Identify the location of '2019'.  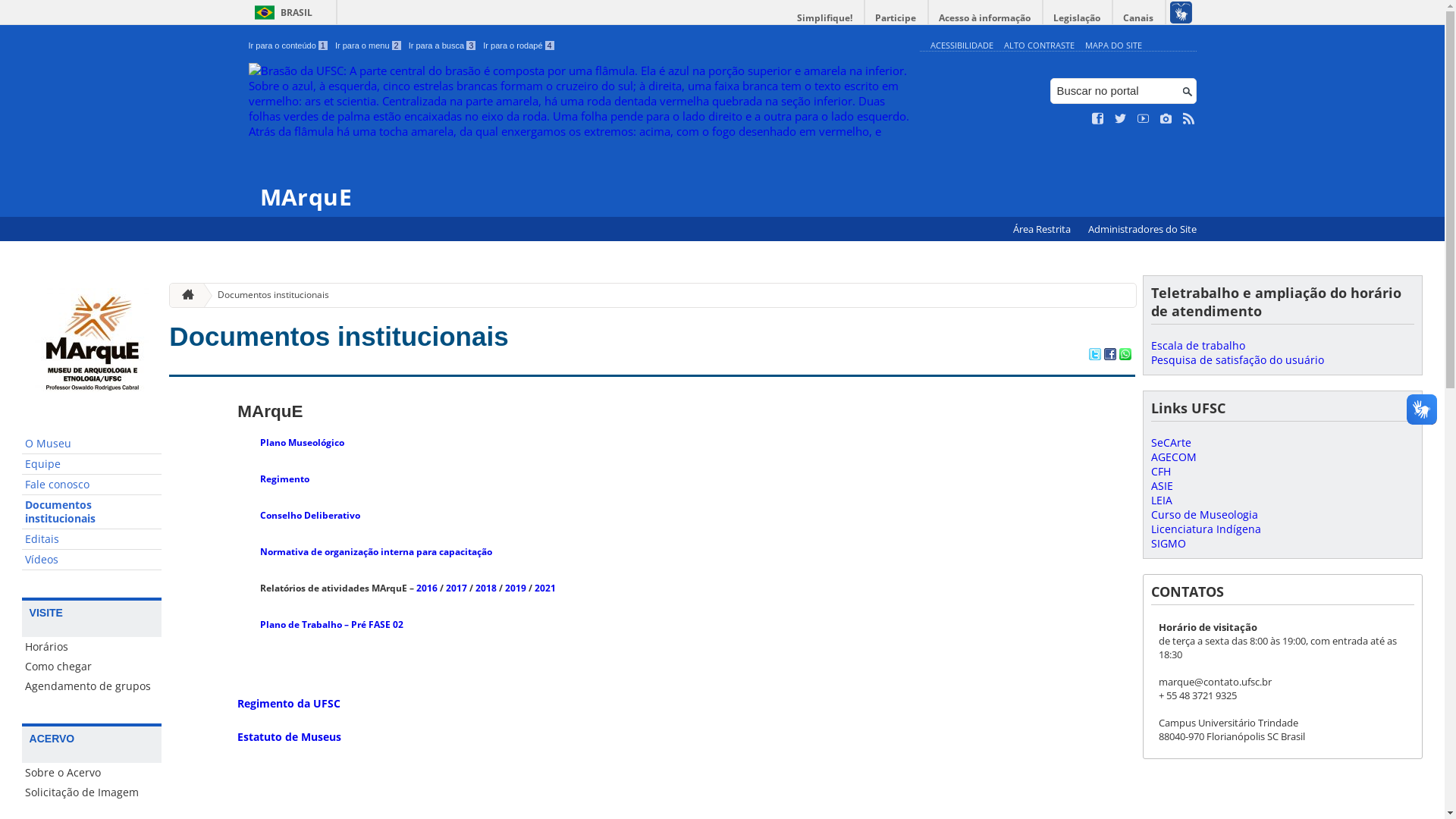
(516, 587).